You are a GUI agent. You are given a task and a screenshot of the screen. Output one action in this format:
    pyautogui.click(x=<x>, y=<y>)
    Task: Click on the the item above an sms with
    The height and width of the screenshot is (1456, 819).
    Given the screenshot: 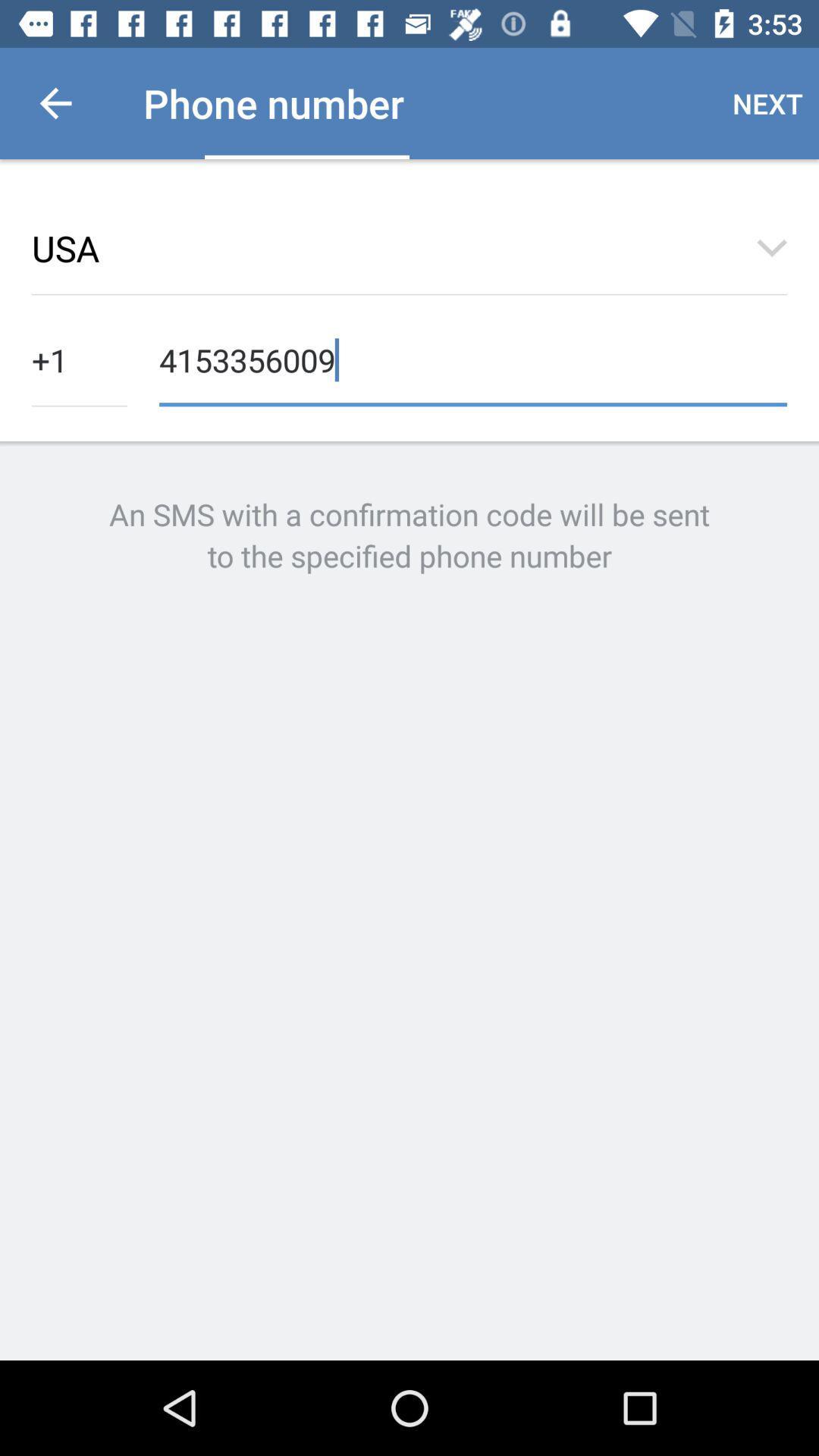 What is the action you would take?
    pyautogui.click(x=79, y=358)
    